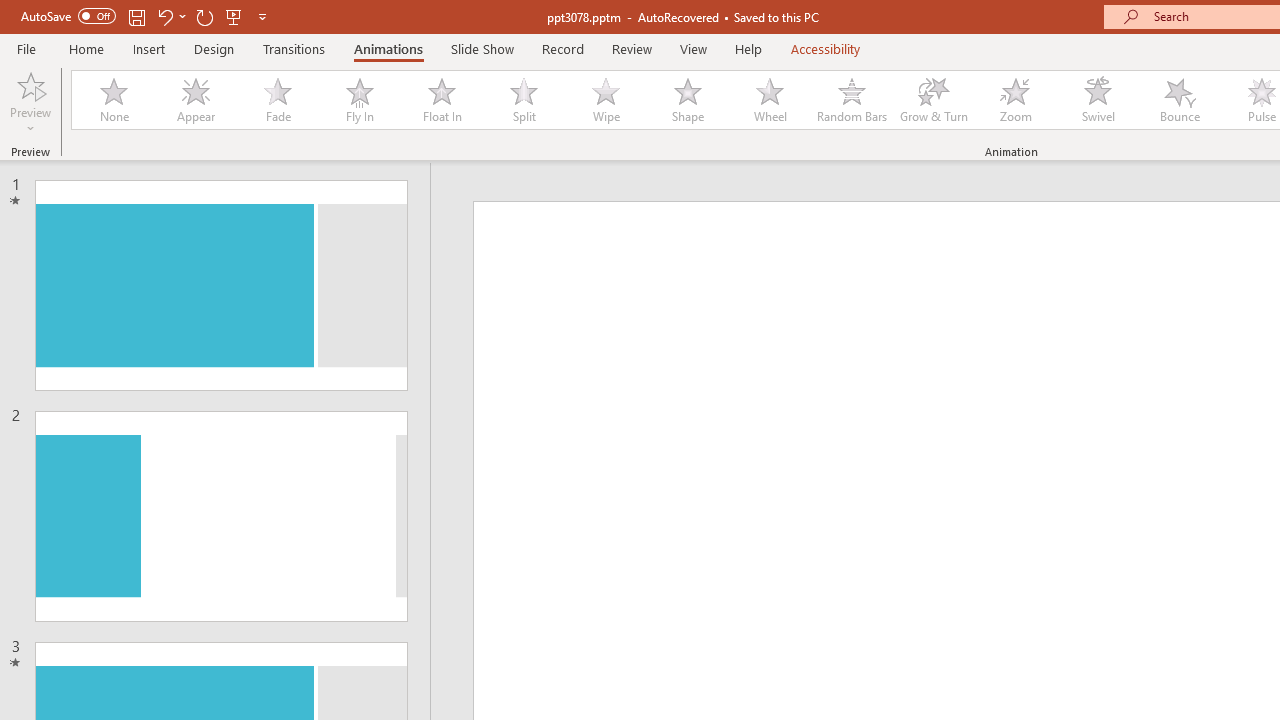 The image size is (1280, 720). Describe the element at coordinates (688, 100) in the screenshot. I see `'Shape'` at that location.